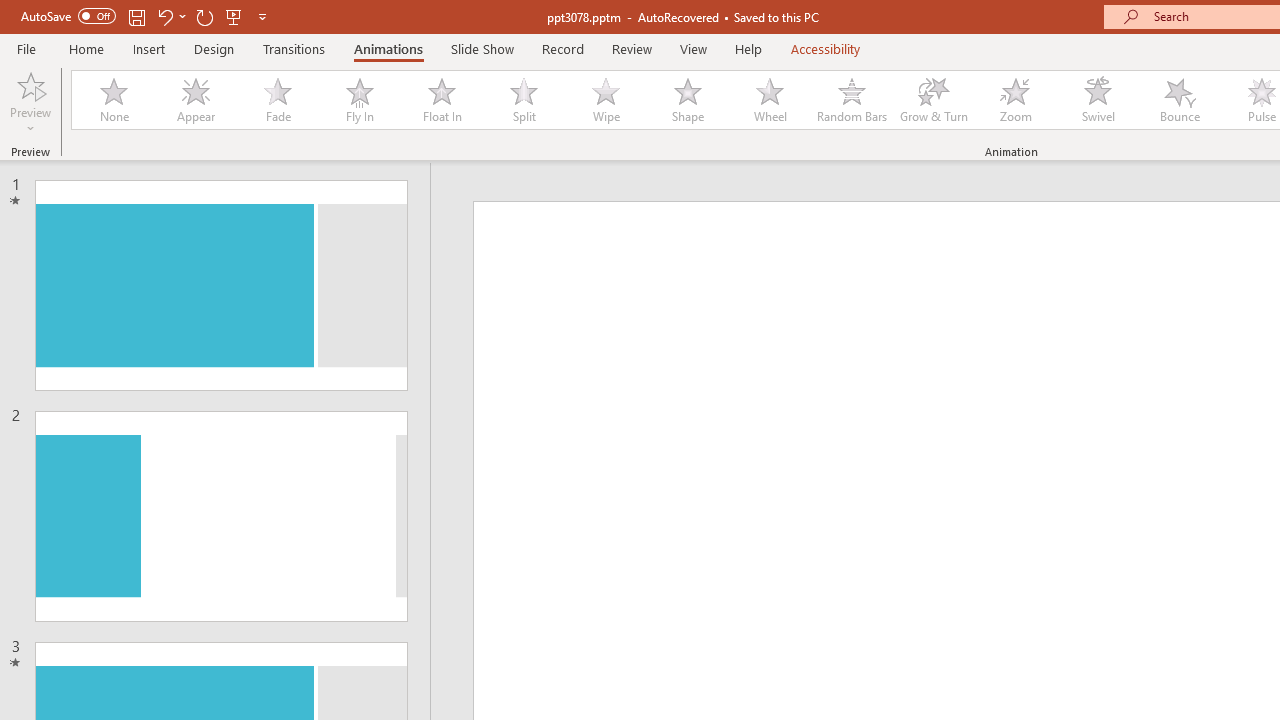 The image size is (1280, 720). Describe the element at coordinates (688, 100) in the screenshot. I see `'Shape'` at that location.